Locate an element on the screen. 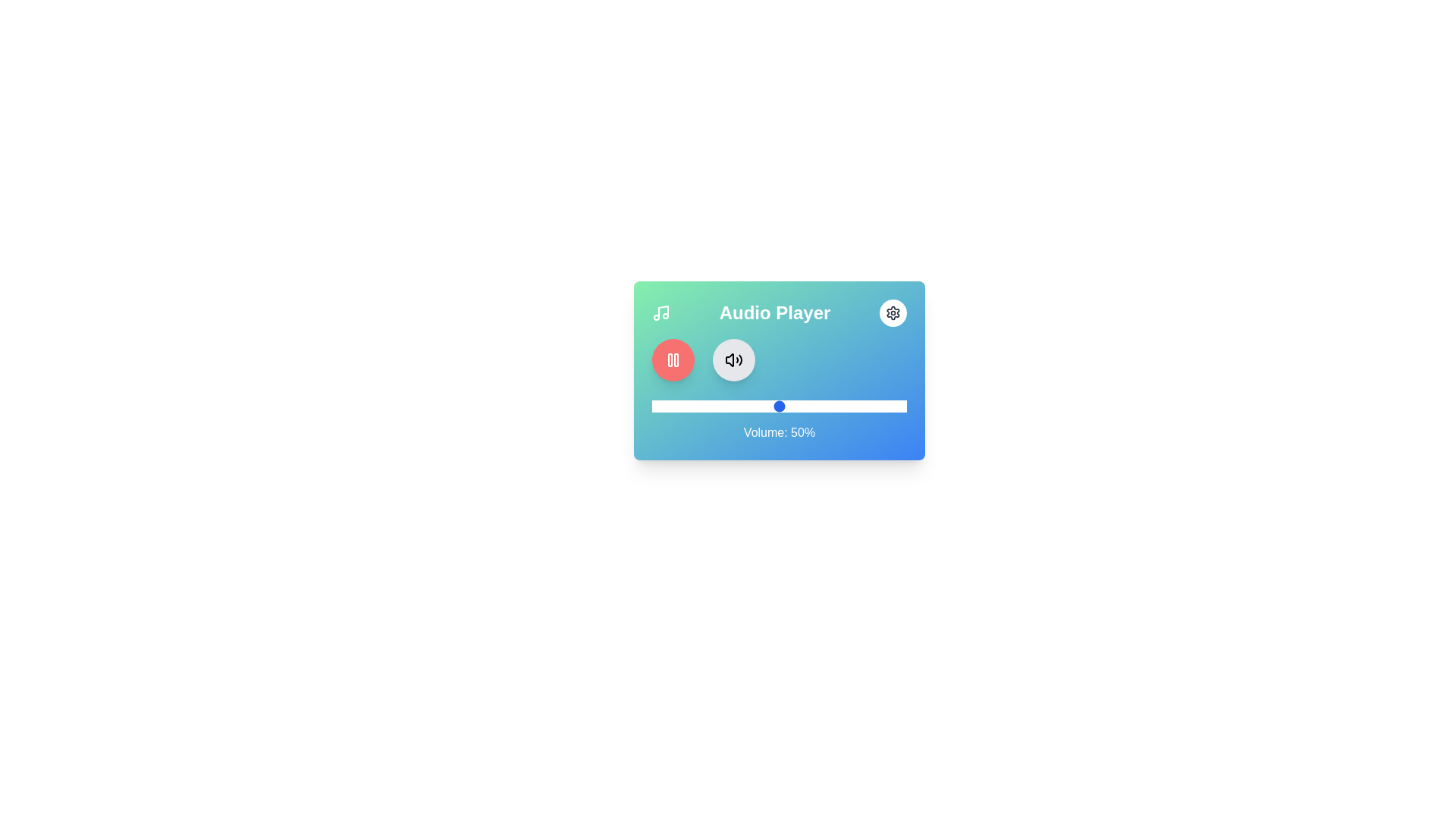 This screenshot has height=819, width=1456. volume is located at coordinates (774, 406).